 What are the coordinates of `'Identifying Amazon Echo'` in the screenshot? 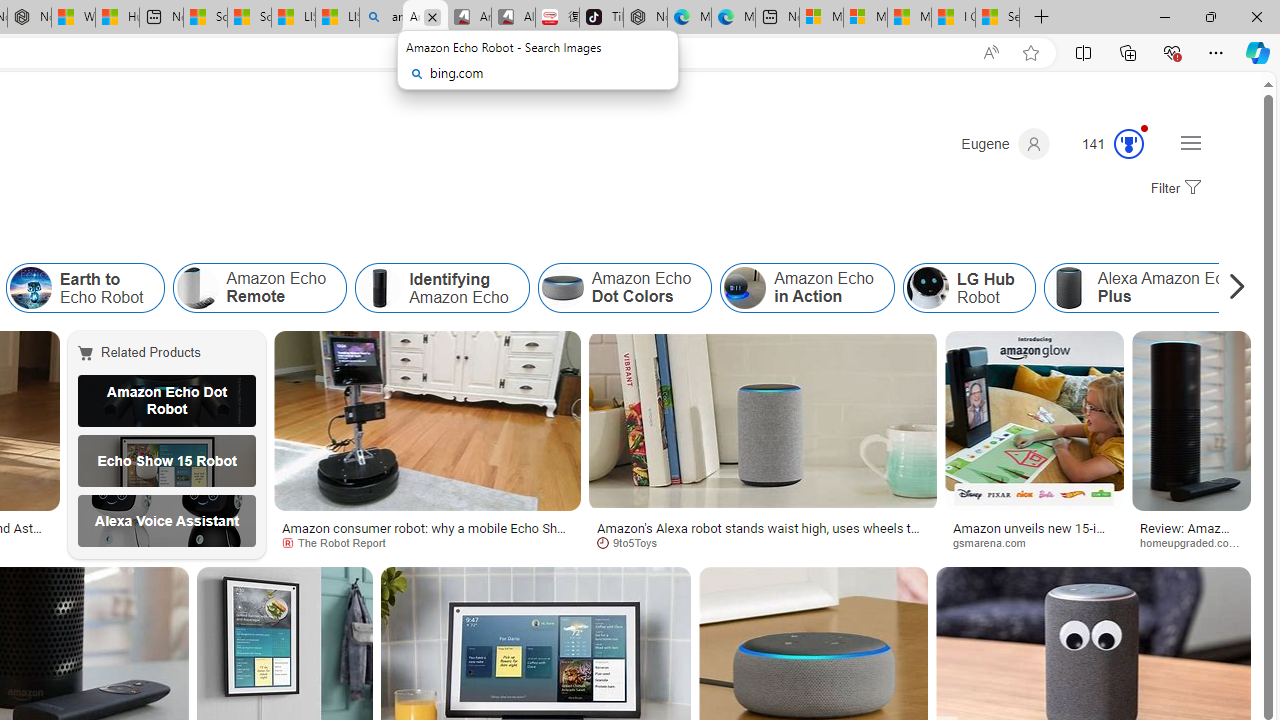 It's located at (441, 288).